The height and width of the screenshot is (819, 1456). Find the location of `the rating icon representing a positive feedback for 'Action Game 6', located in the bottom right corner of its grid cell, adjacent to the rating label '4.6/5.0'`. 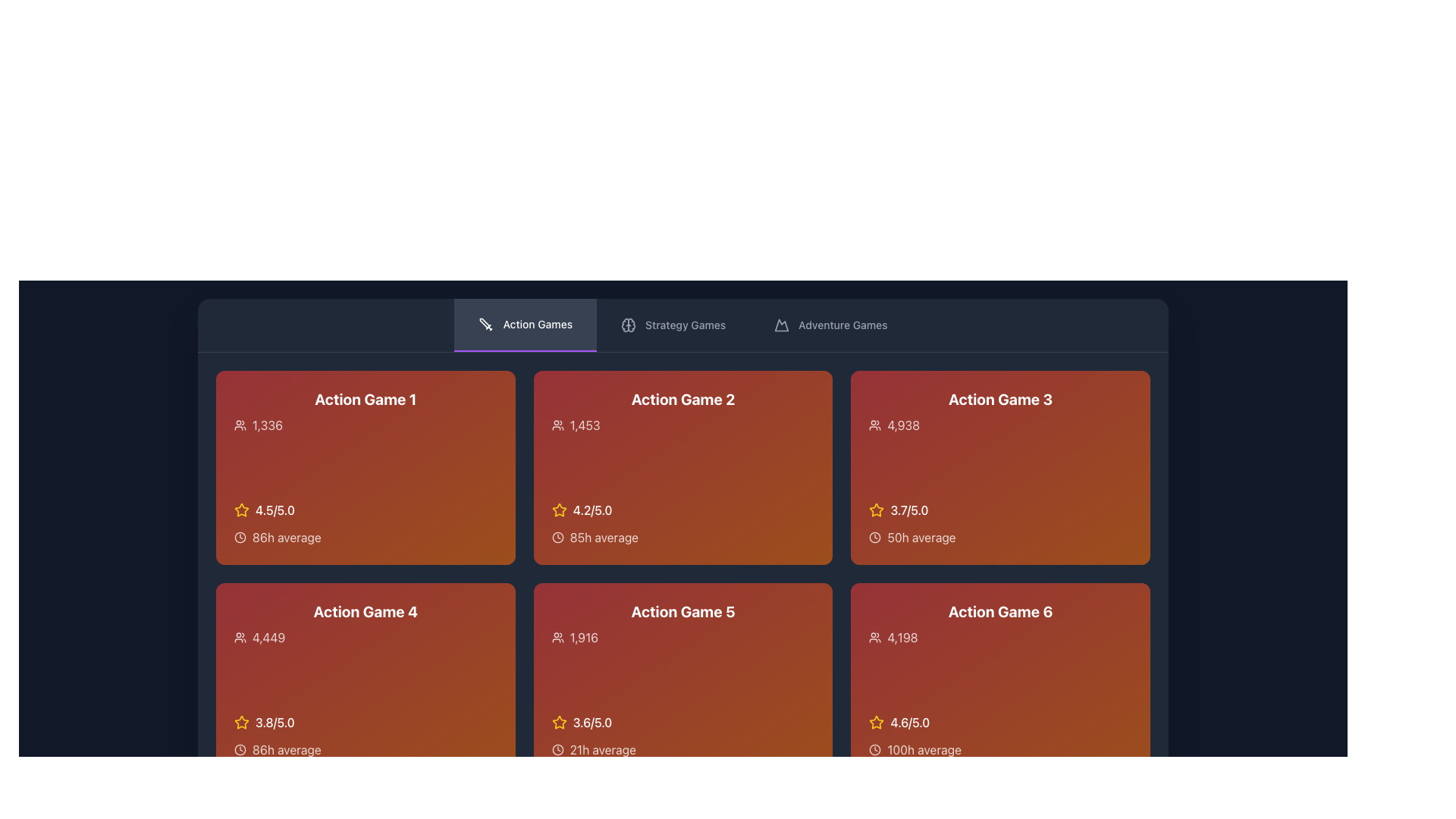

the rating icon representing a positive feedback for 'Action Game 6', located in the bottom right corner of its grid cell, adjacent to the rating label '4.6/5.0' is located at coordinates (877, 721).